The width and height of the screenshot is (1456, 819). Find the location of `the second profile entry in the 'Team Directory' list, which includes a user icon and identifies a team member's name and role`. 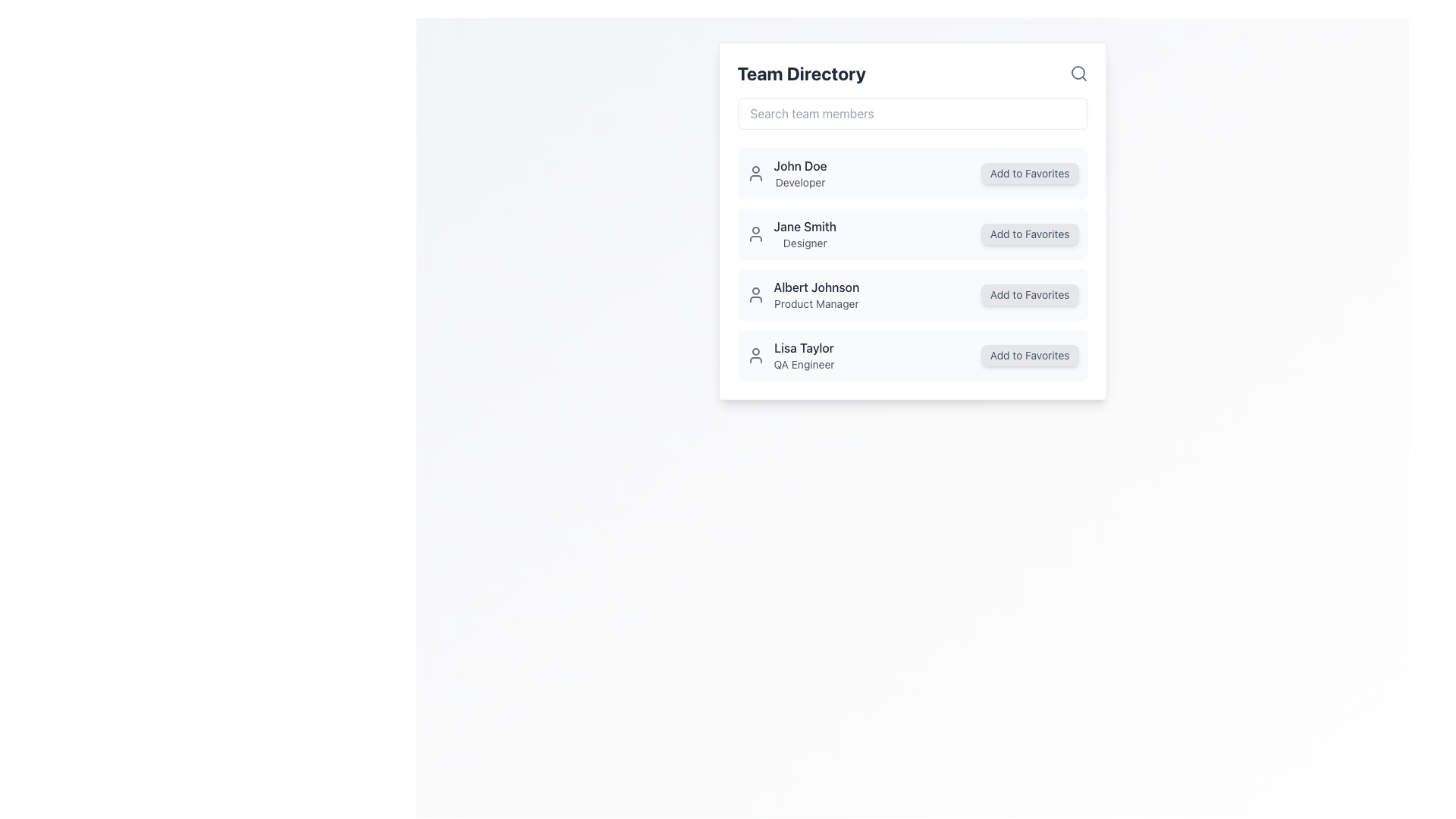

the second profile entry in the 'Team Directory' list, which includes a user icon and identifies a team member's name and role is located at coordinates (790, 234).